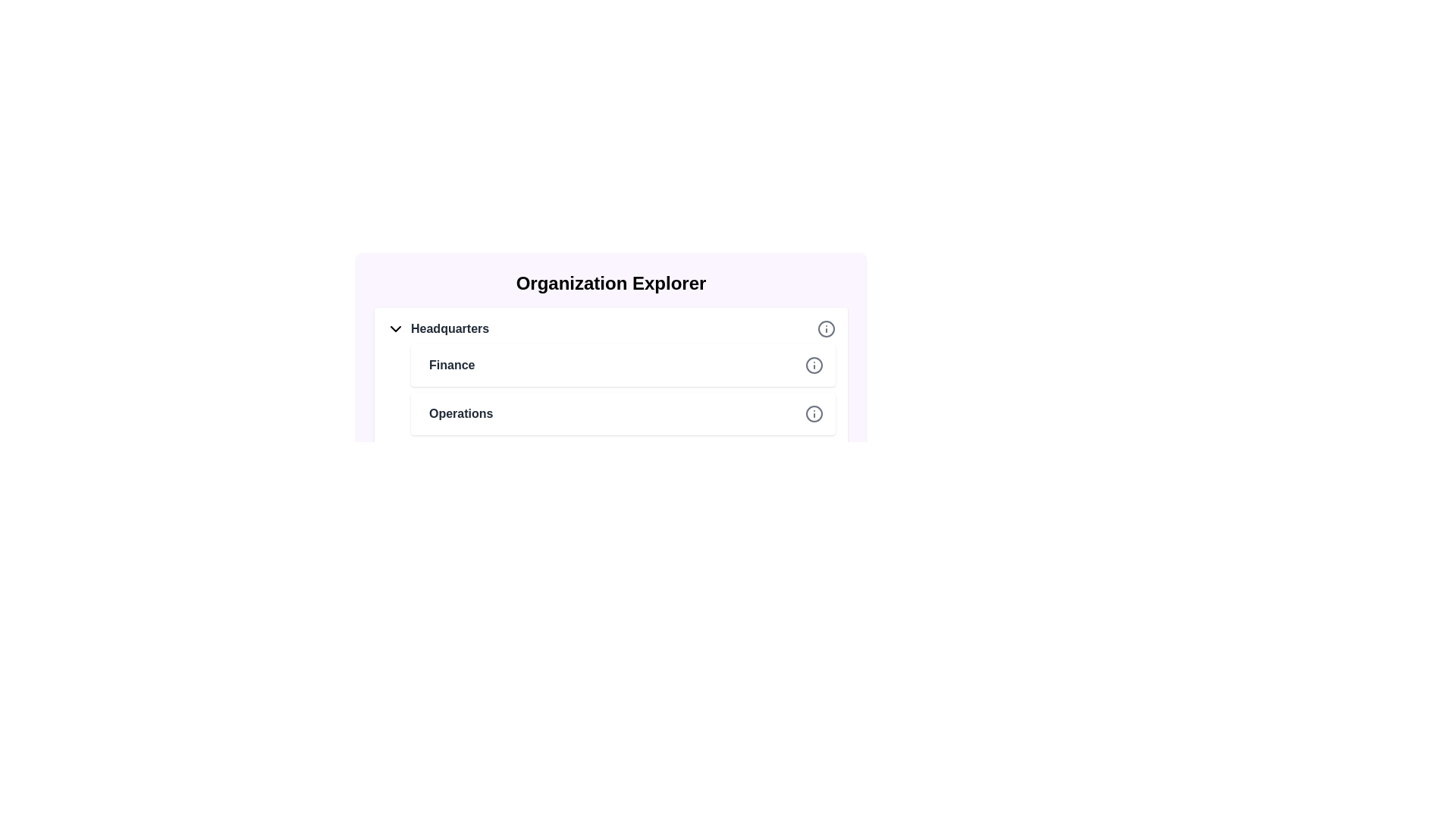 Image resolution: width=1456 pixels, height=819 pixels. Describe the element at coordinates (623, 414) in the screenshot. I see `the list item in the navigation menu labeled 'Operations' located in the second row of the 'Headquarters' collapsible section` at that location.